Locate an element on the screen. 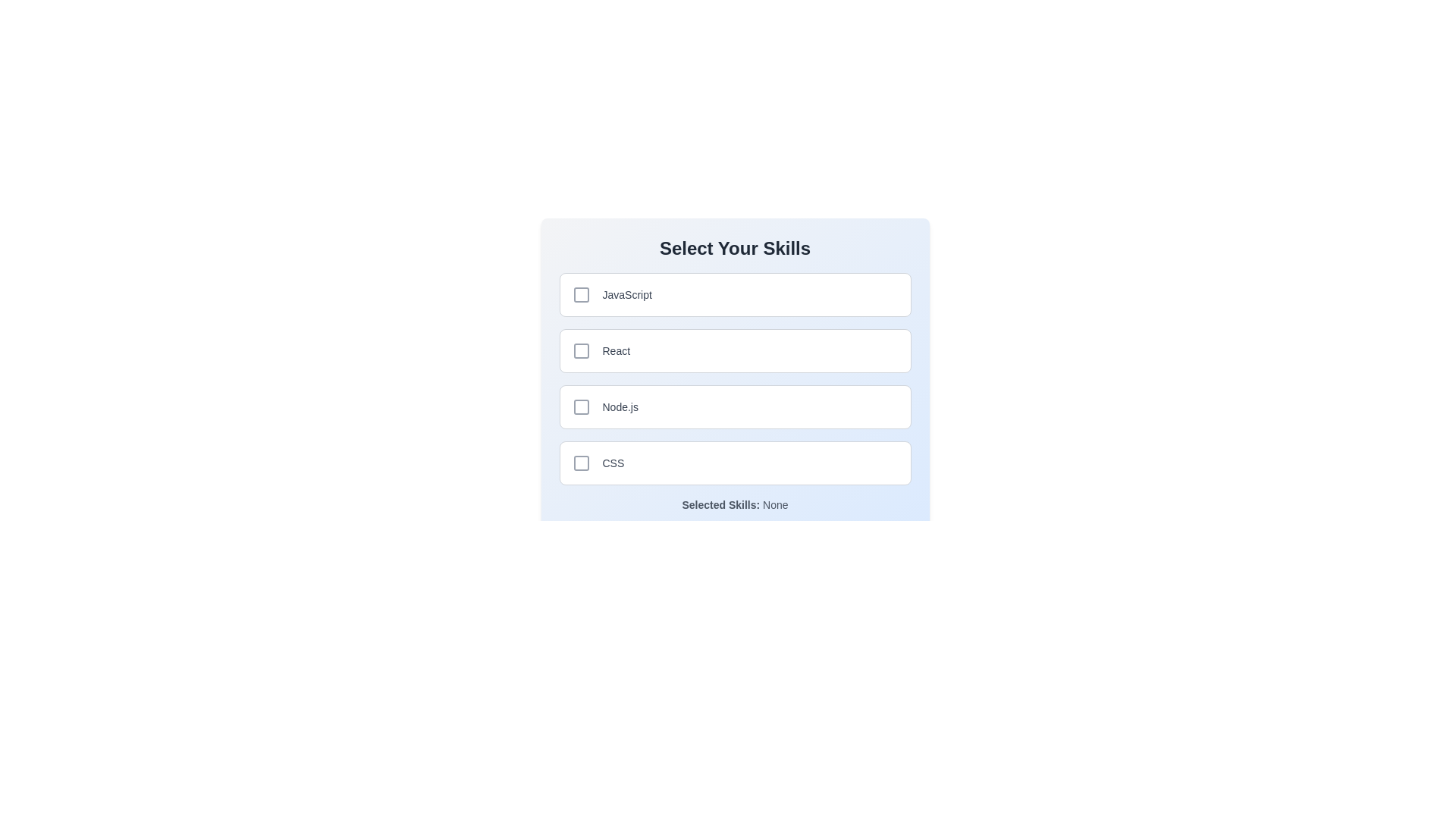 The image size is (1456, 819). the 'Node.js' checkbox option is located at coordinates (735, 406).